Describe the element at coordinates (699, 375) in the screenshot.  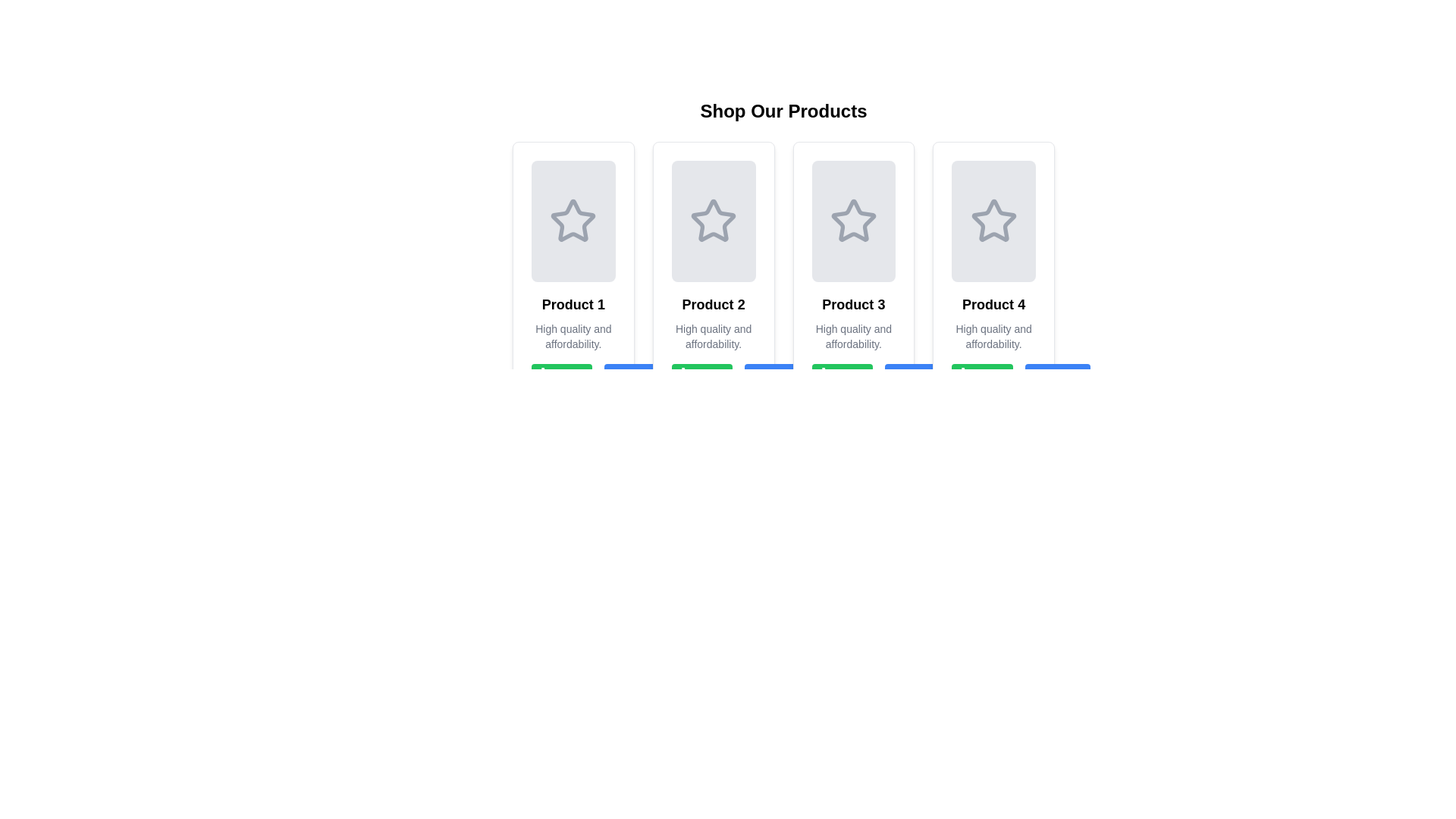
I see `the heart-shaped icon located centrally below the product name and image in the 'Product 2' card to favorite the product` at that location.